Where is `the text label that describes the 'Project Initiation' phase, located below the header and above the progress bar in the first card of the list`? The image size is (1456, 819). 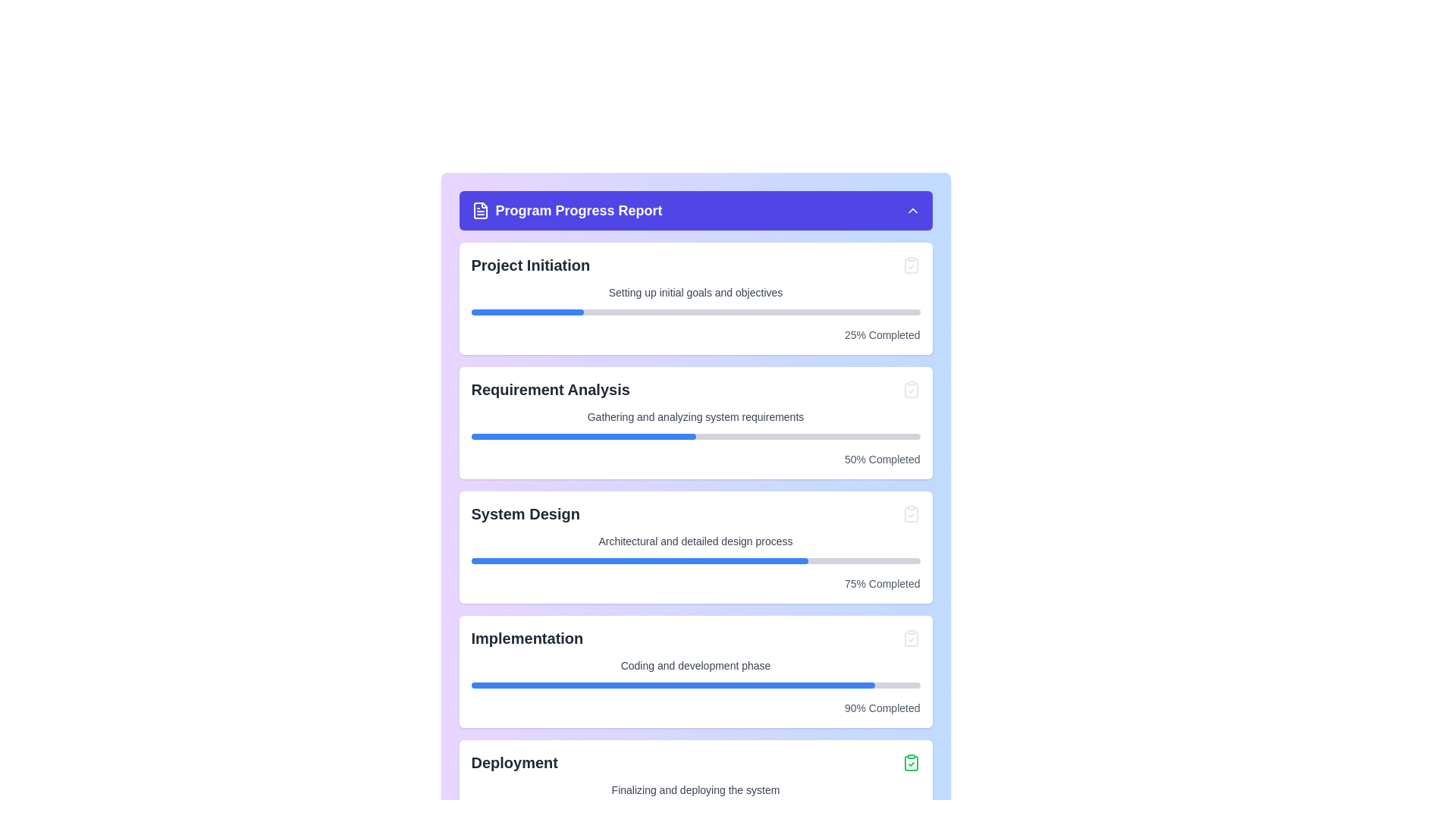
the text label that describes the 'Project Initiation' phase, located below the header and above the progress bar in the first card of the list is located at coordinates (695, 292).